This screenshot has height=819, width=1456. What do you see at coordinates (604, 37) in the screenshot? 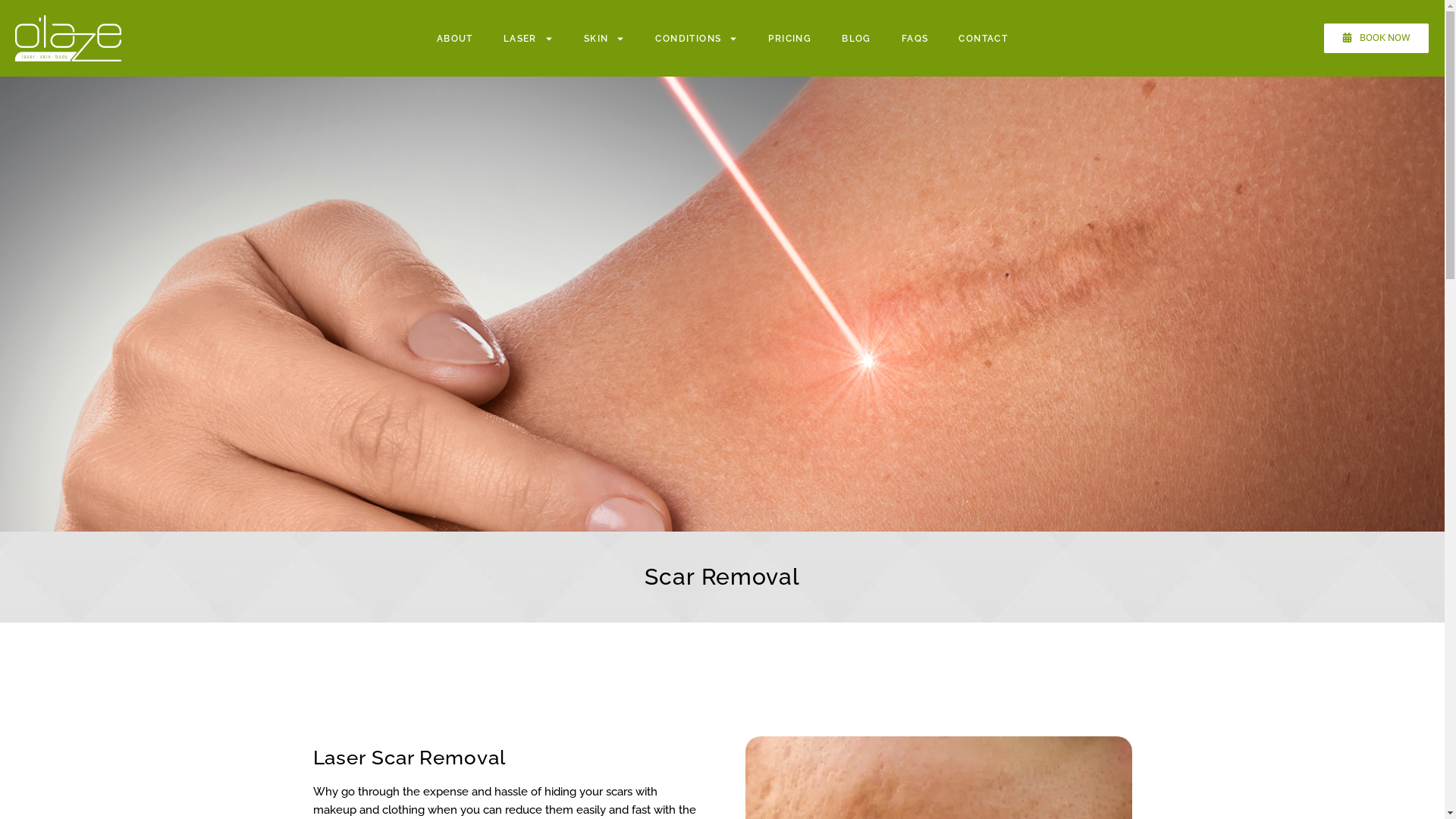
I see `'SKIN'` at bounding box center [604, 37].